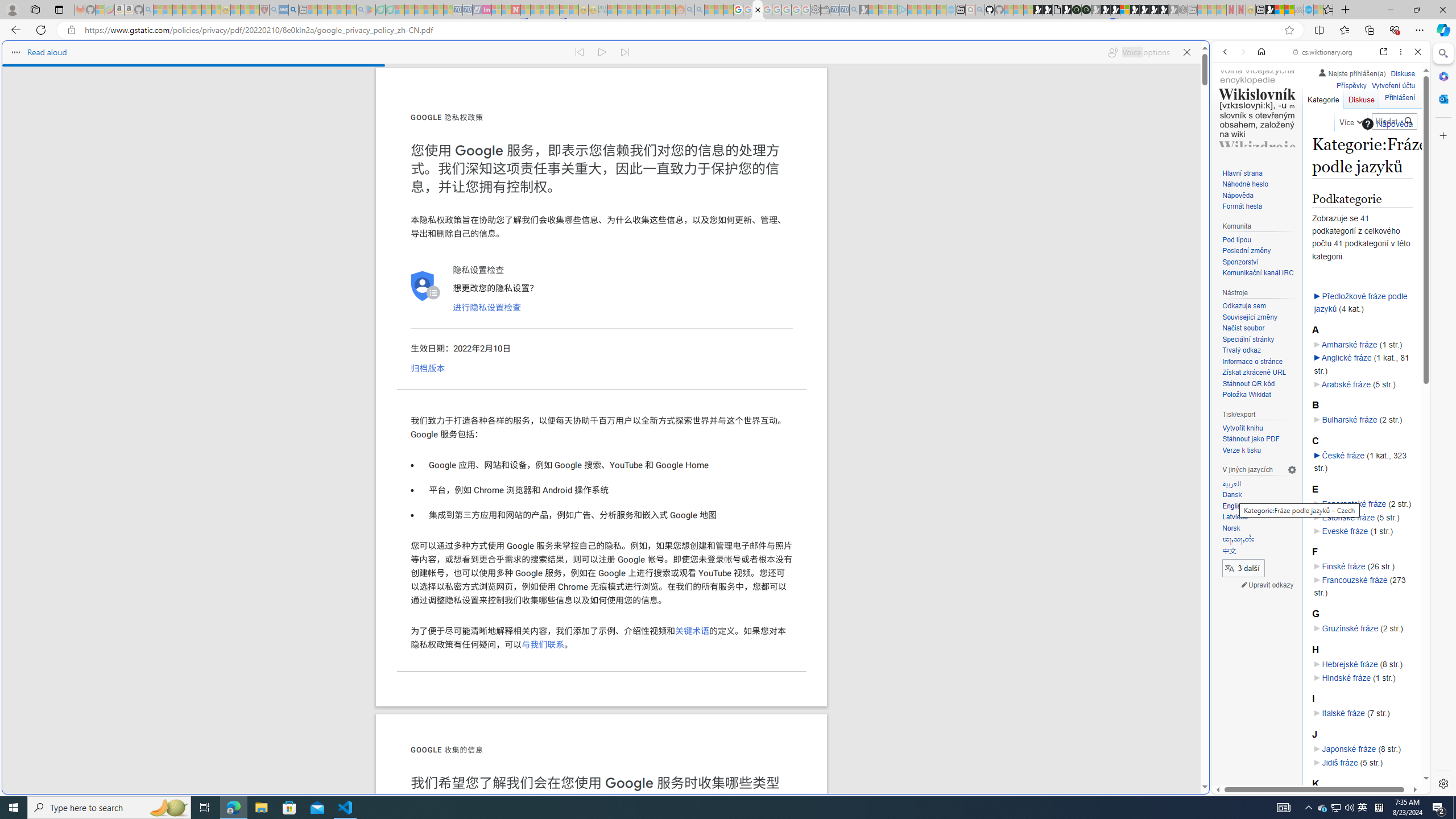 The image size is (1456, 819). I want to click on '14 Common Myths Debunked By Scientific Facts - Sleeping', so click(534, 9).